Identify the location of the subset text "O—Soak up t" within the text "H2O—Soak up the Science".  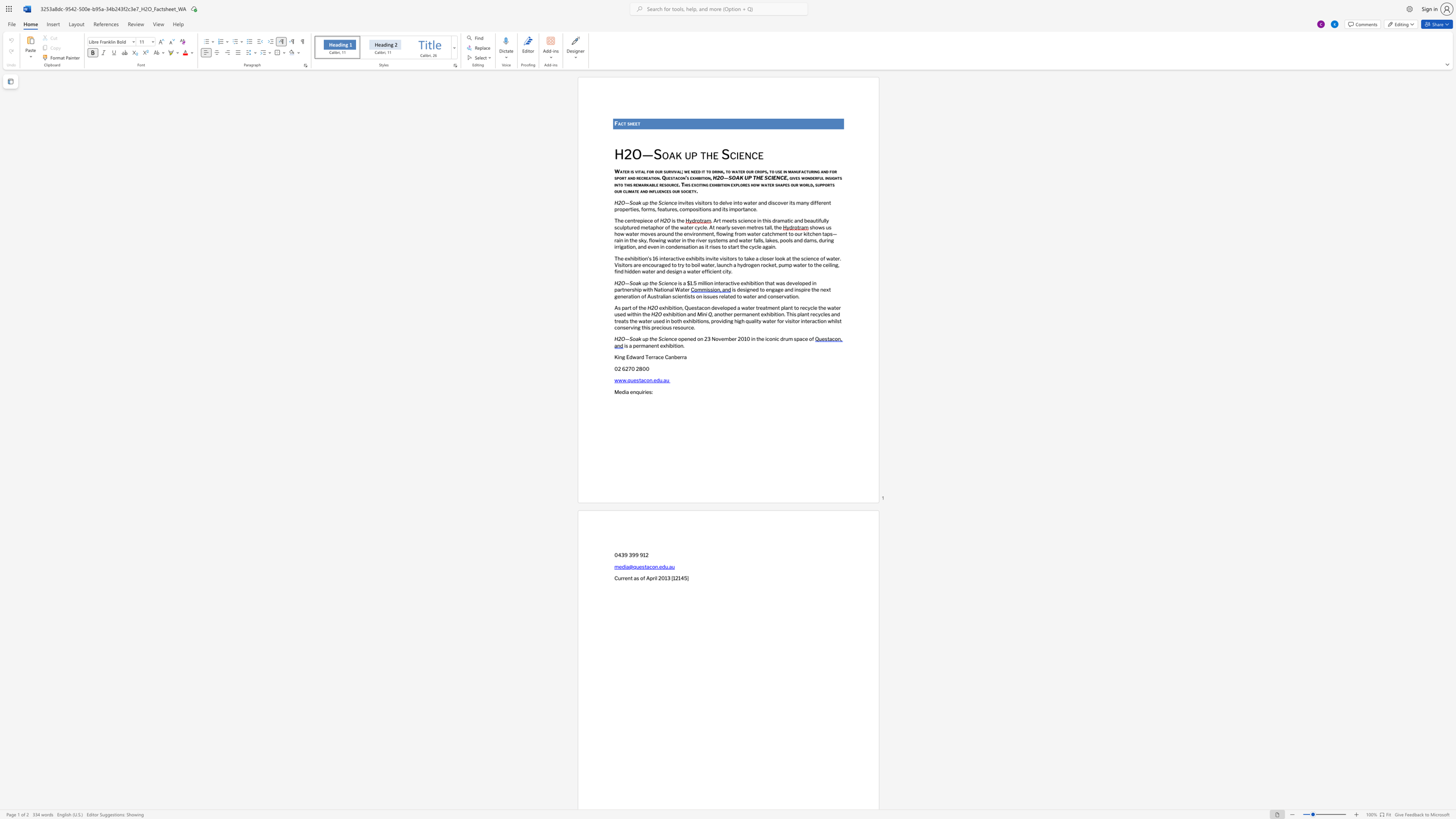
(621, 202).